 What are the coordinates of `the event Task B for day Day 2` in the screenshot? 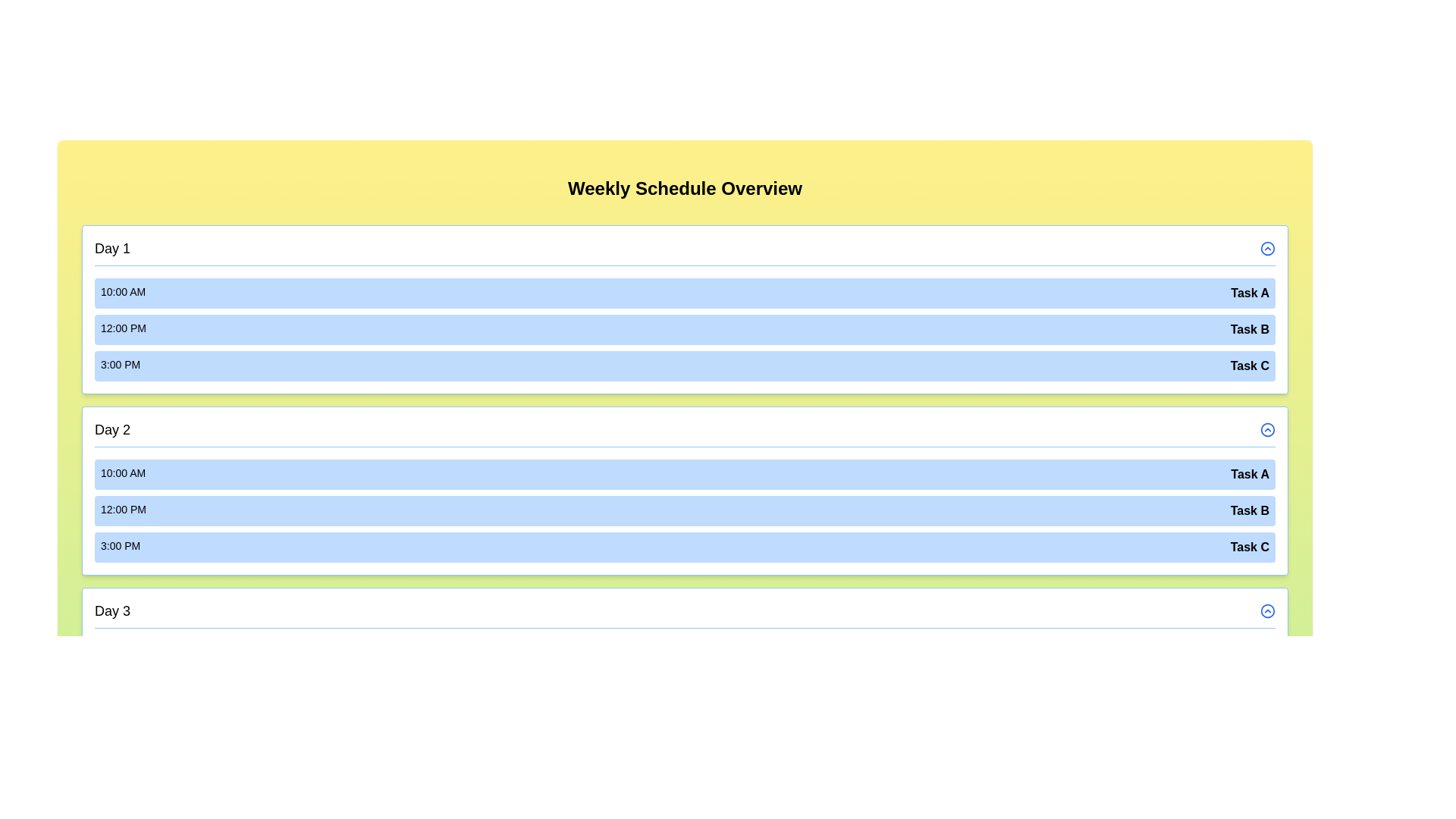 It's located at (684, 511).